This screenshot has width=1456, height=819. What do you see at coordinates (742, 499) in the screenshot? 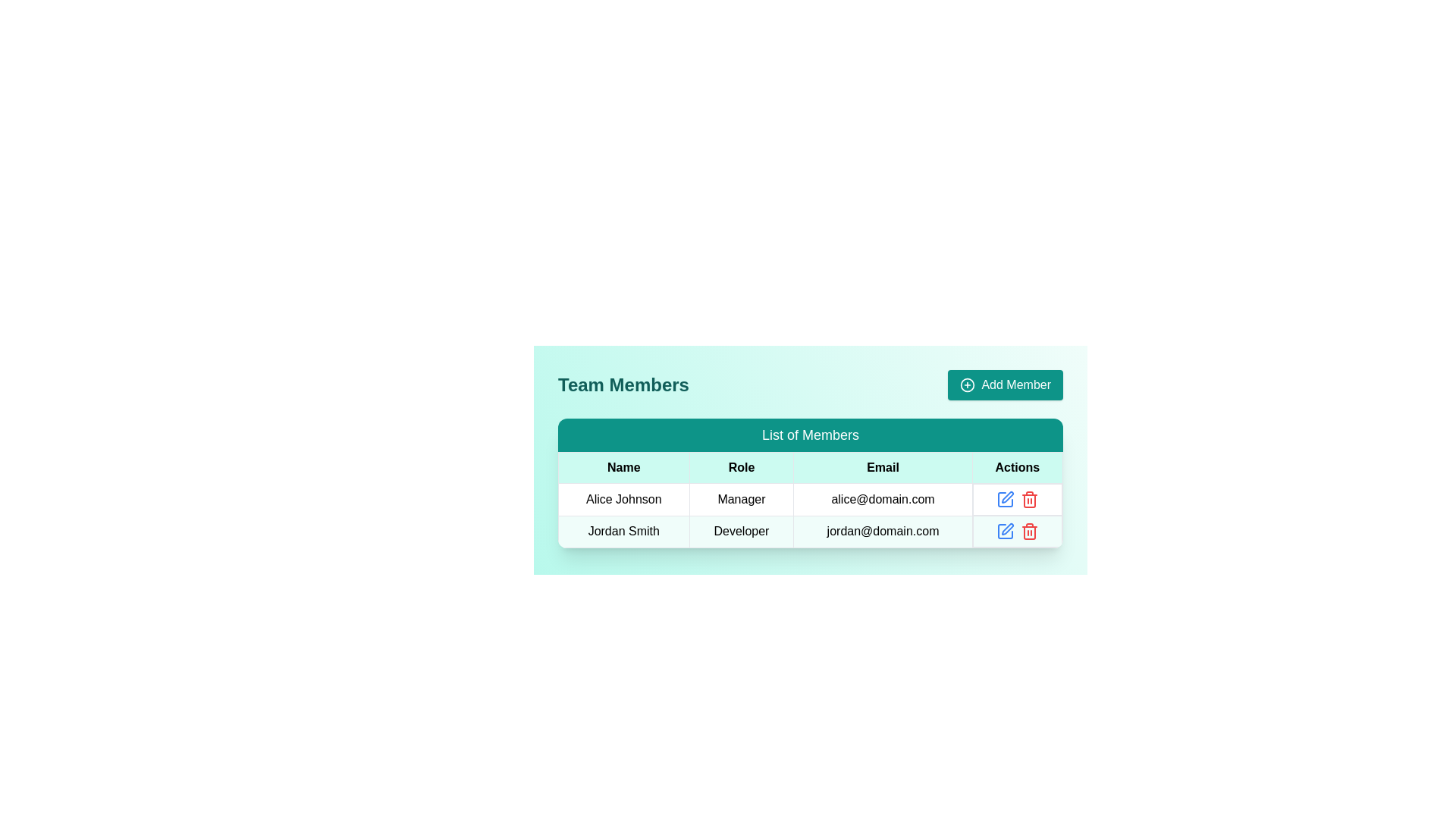
I see `the static text label displaying 'Manager', which is located in the second column of the first row of the table under the header 'Role'` at bounding box center [742, 499].